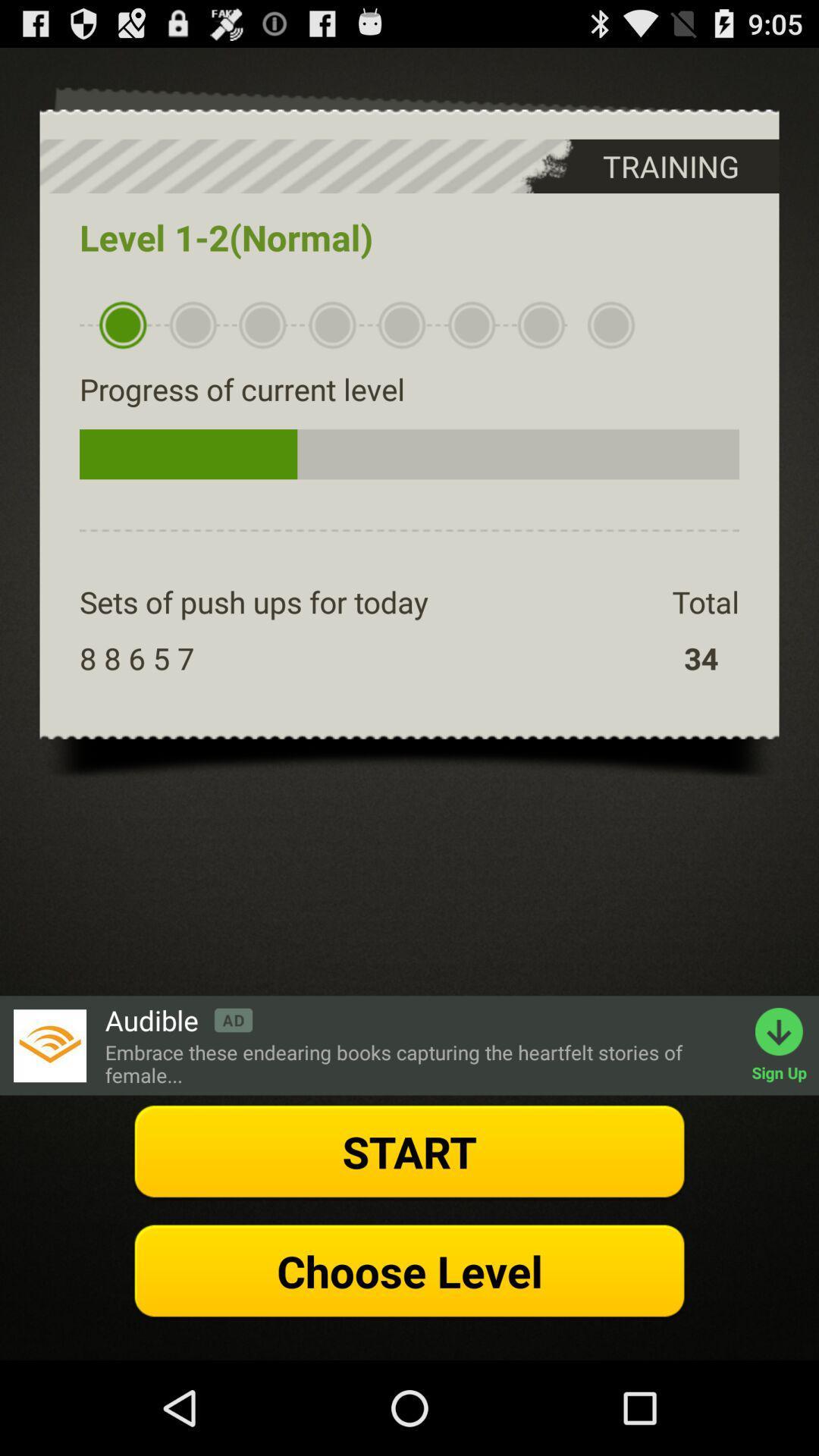 Image resolution: width=819 pixels, height=1456 pixels. Describe the element at coordinates (401, 325) in the screenshot. I see `the fifth circle` at that location.